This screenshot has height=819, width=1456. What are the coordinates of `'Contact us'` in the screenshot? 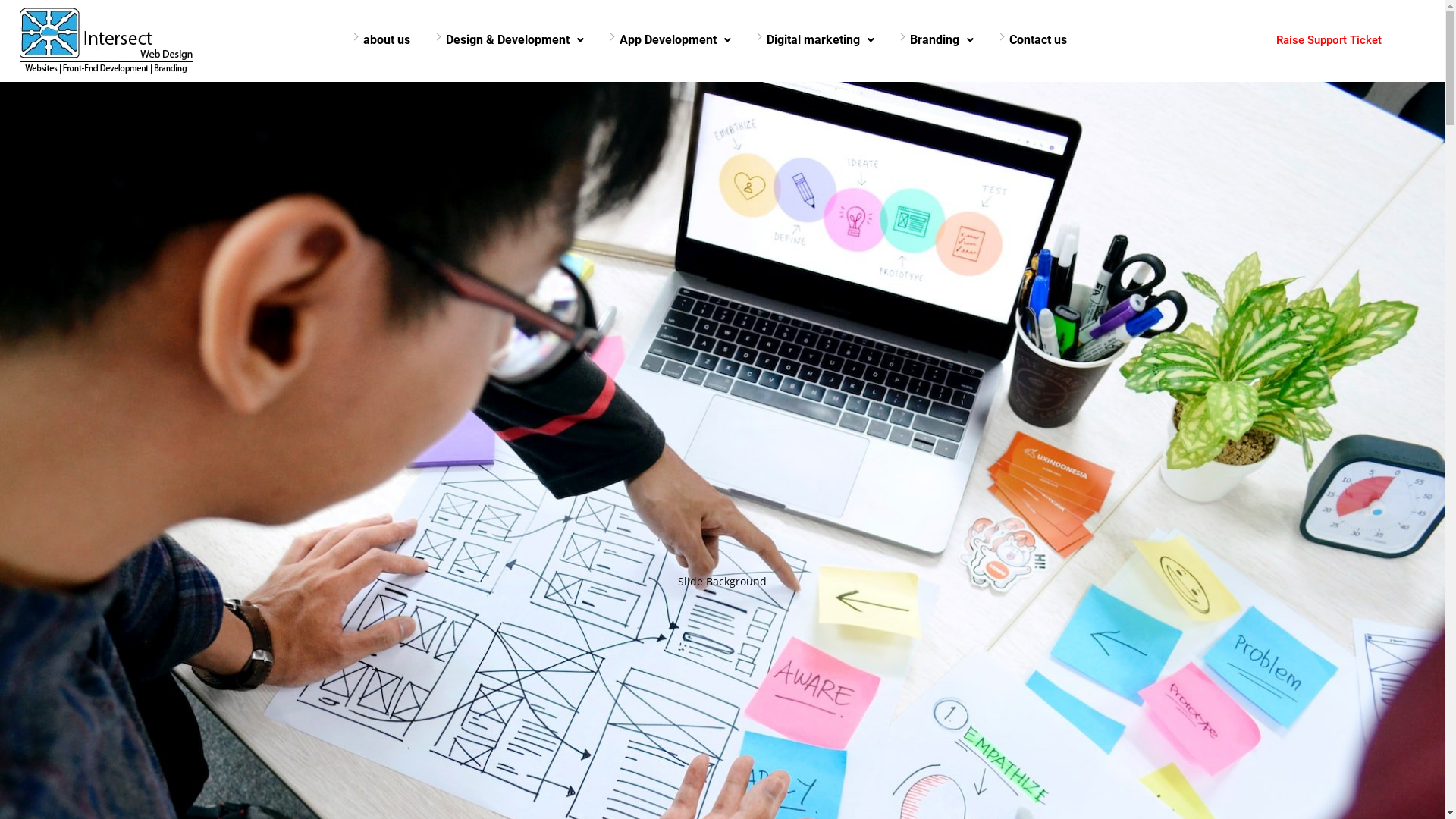 It's located at (997, 39).